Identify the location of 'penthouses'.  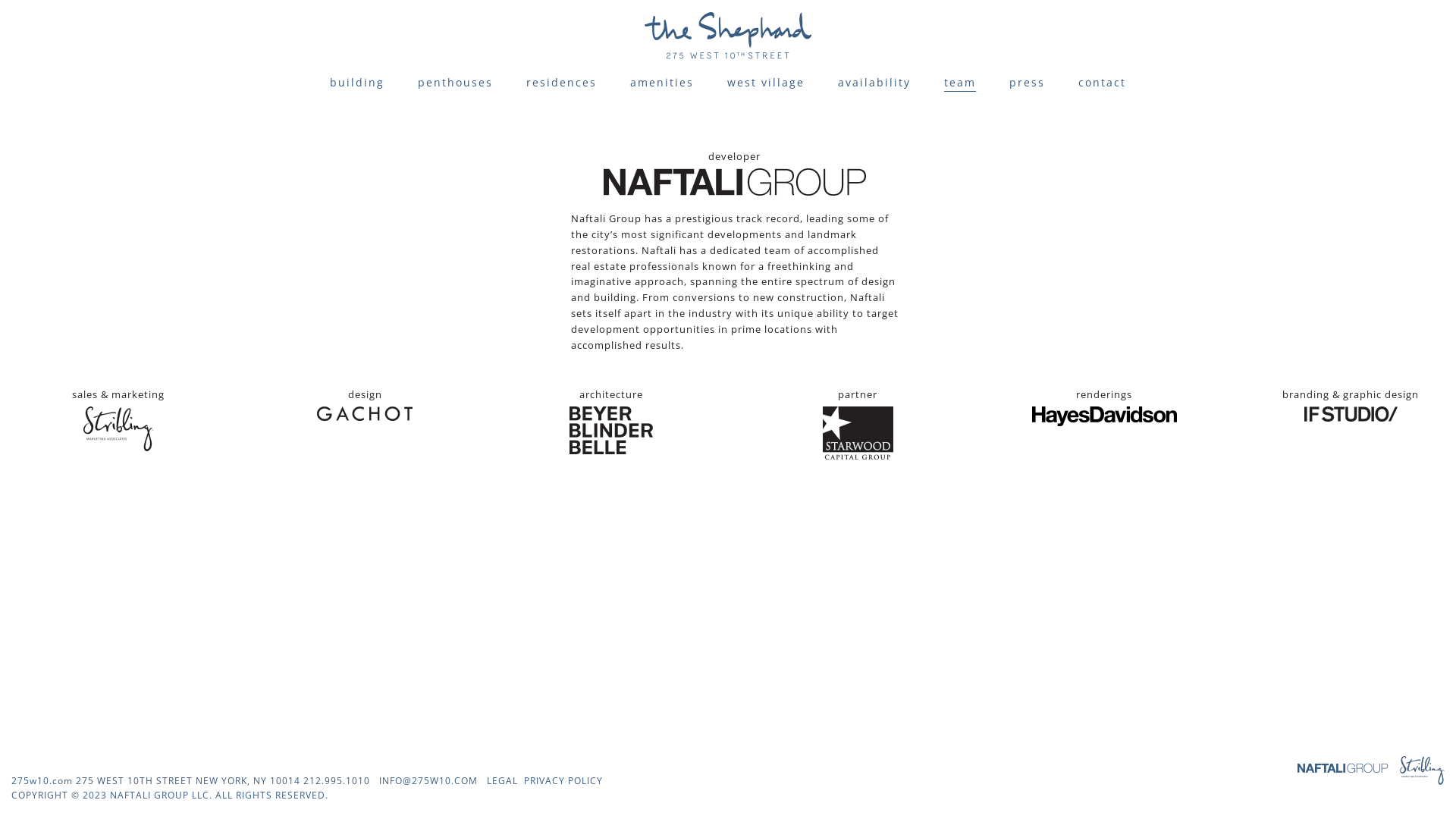
(454, 82).